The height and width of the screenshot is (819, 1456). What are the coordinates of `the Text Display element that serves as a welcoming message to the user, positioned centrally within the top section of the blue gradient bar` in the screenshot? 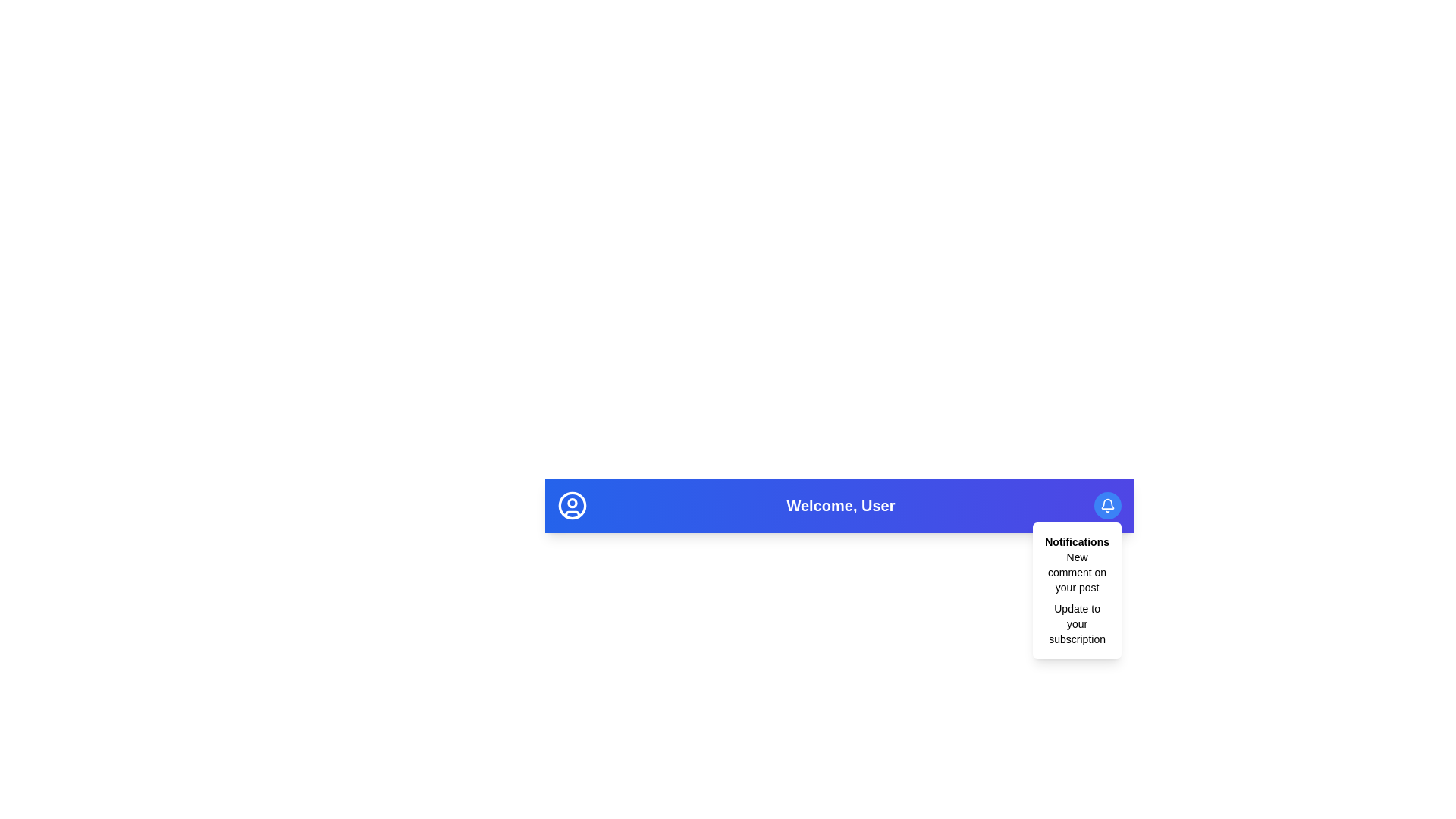 It's located at (839, 506).